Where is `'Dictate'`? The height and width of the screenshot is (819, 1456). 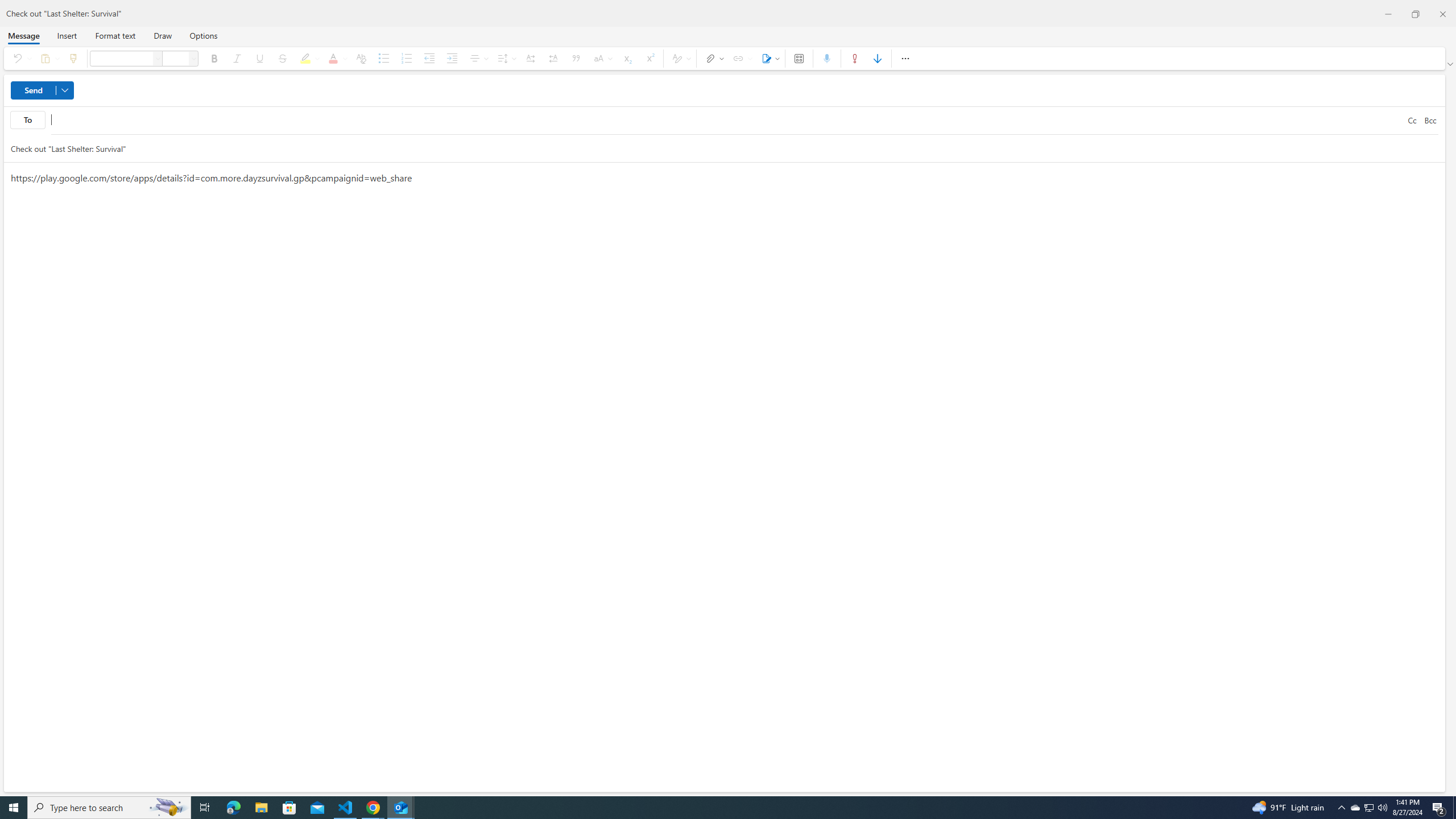 'Dictate' is located at coordinates (827, 58).